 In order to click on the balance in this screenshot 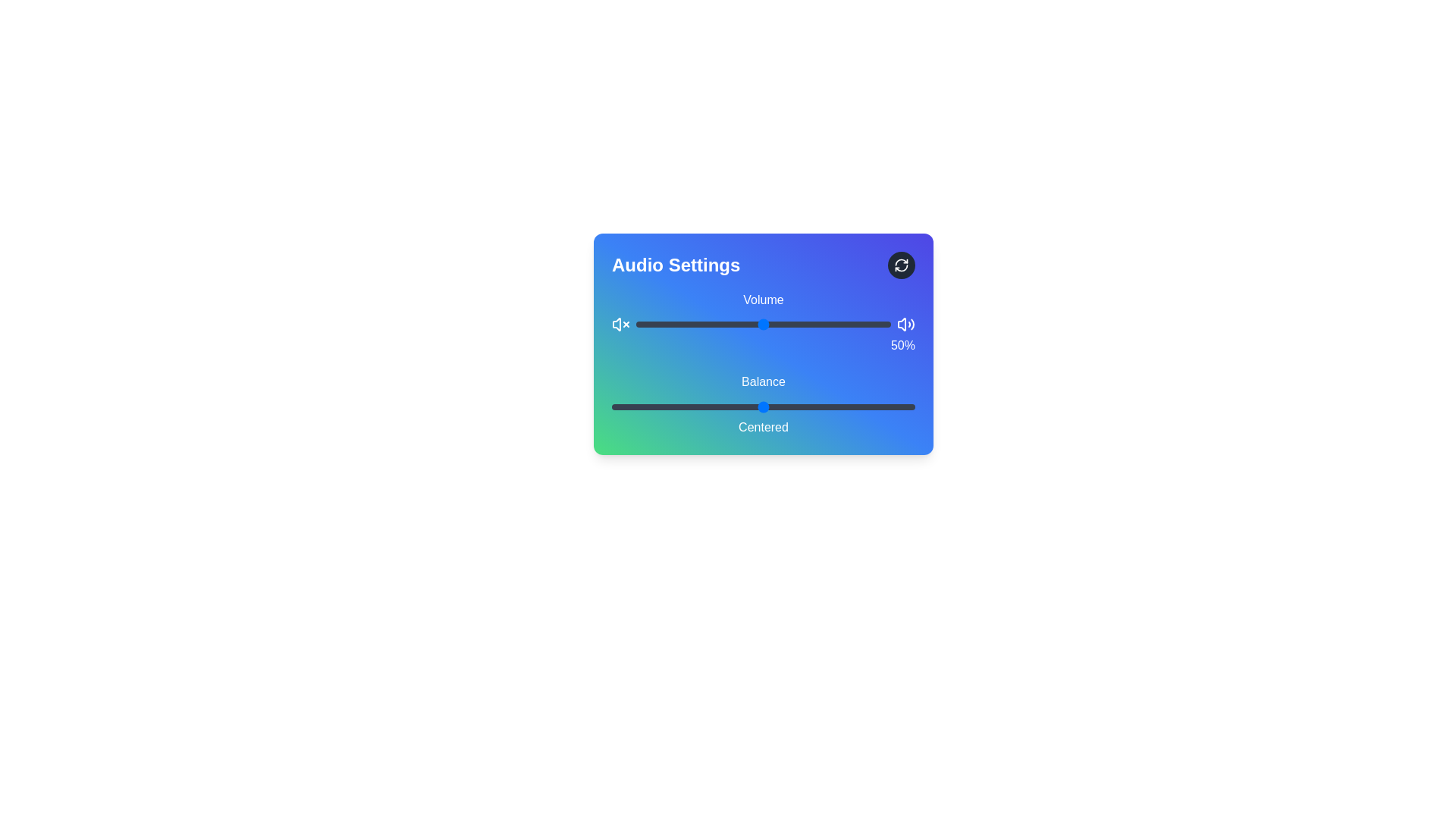, I will do `click(858, 406)`.